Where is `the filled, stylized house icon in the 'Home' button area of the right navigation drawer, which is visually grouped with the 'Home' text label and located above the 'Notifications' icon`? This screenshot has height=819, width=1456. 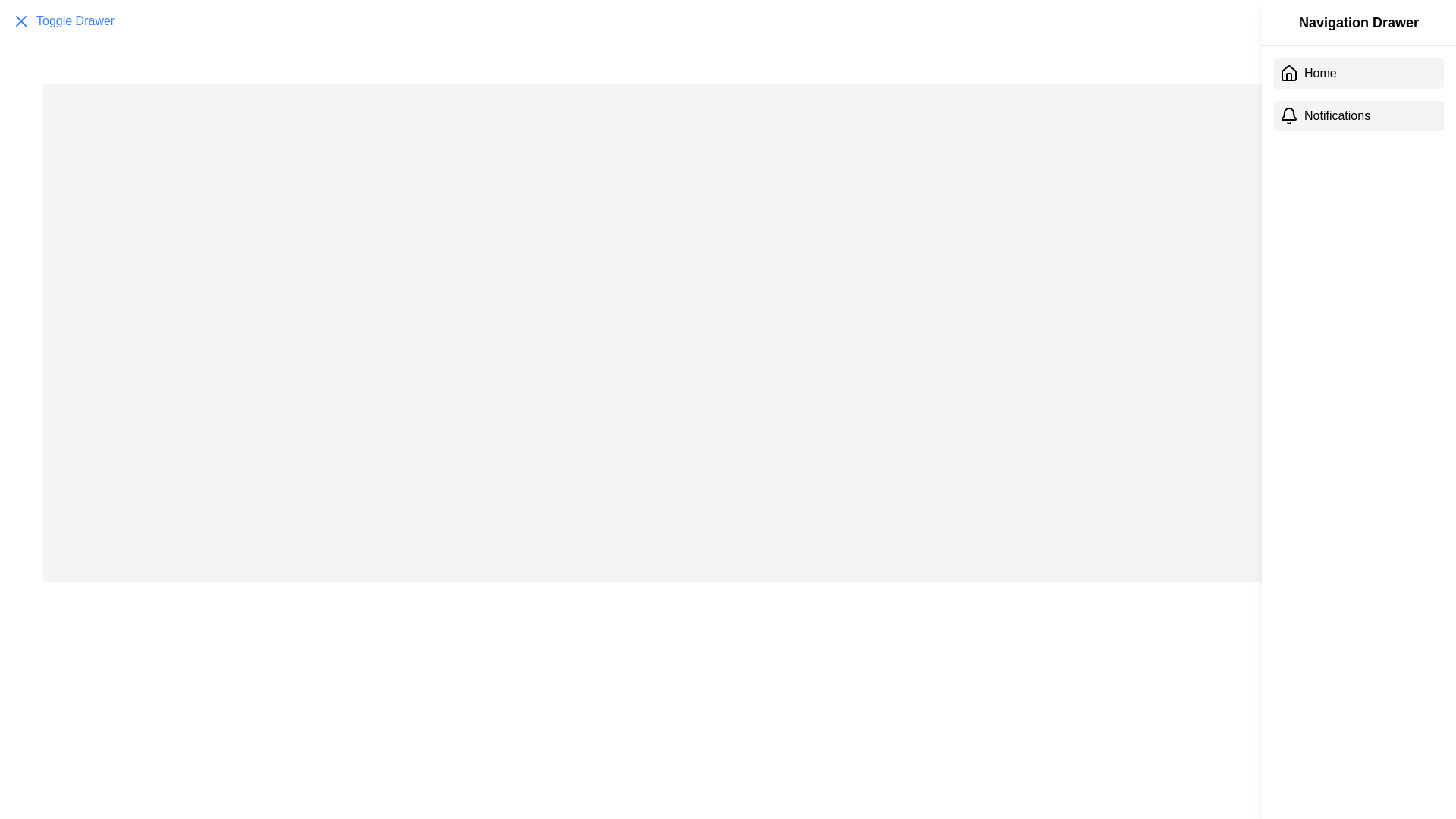 the filled, stylized house icon in the 'Home' button area of the right navigation drawer, which is visually grouped with the 'Home' text label and located above the 'Notifications' icon is located at coordinates (1288, 73).